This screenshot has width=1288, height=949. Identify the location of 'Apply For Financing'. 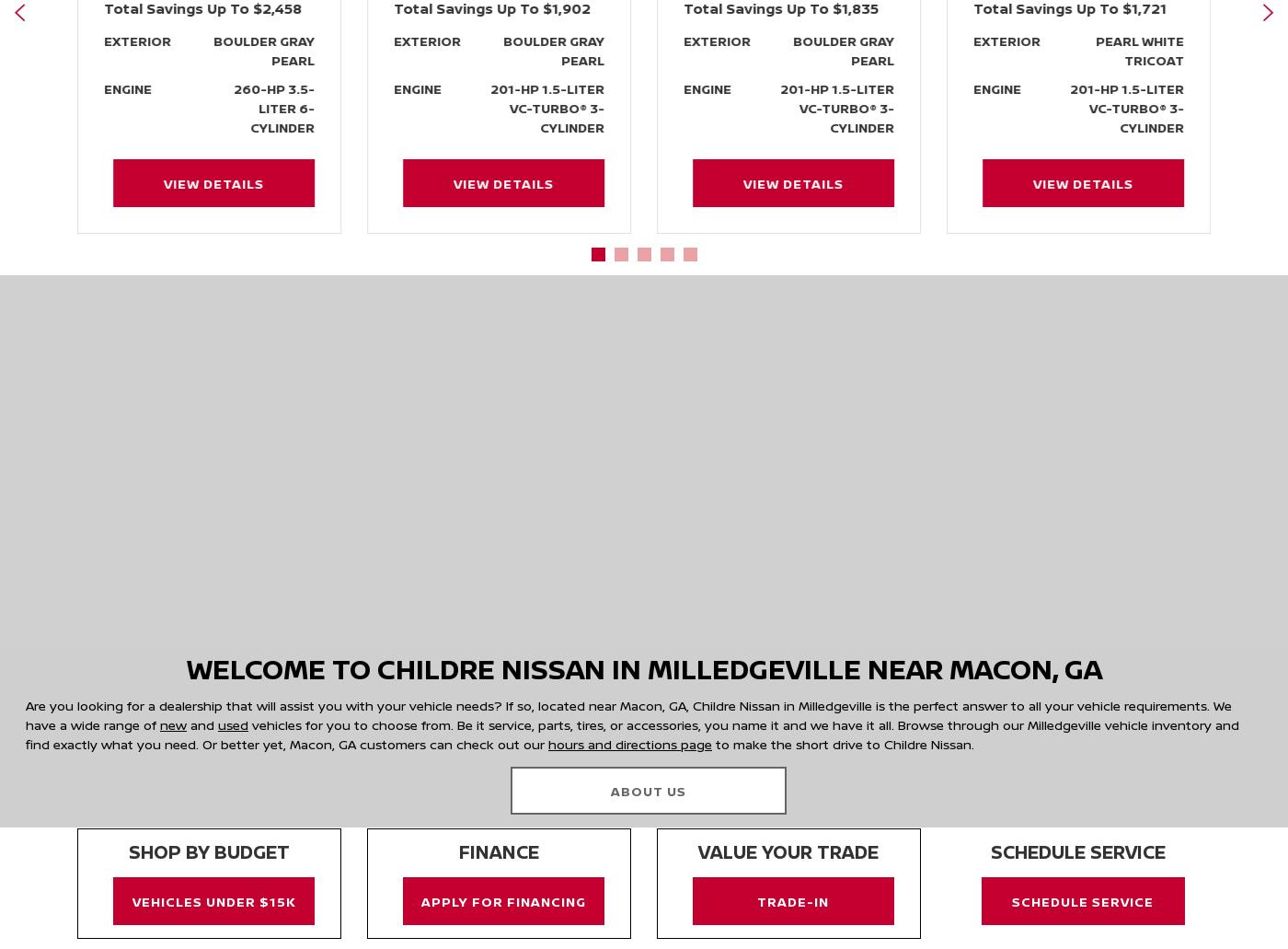
(502, 898).